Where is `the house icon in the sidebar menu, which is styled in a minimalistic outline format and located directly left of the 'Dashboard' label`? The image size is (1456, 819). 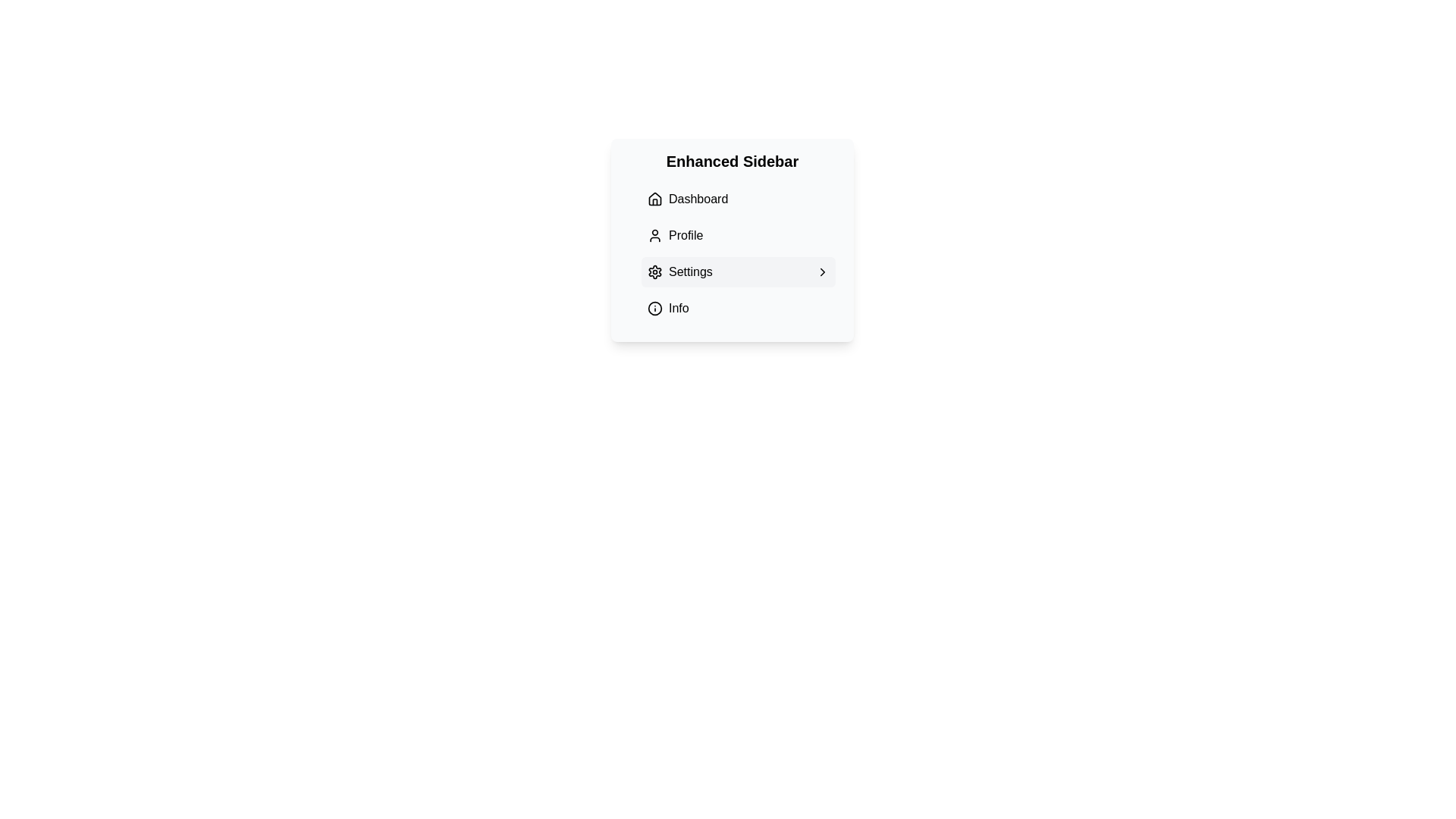 the house icon in the sidebar menu, which is styled in a minimalistic outline format and located directly left of the 'Dashboard' label is located at coordinates (655, 198).